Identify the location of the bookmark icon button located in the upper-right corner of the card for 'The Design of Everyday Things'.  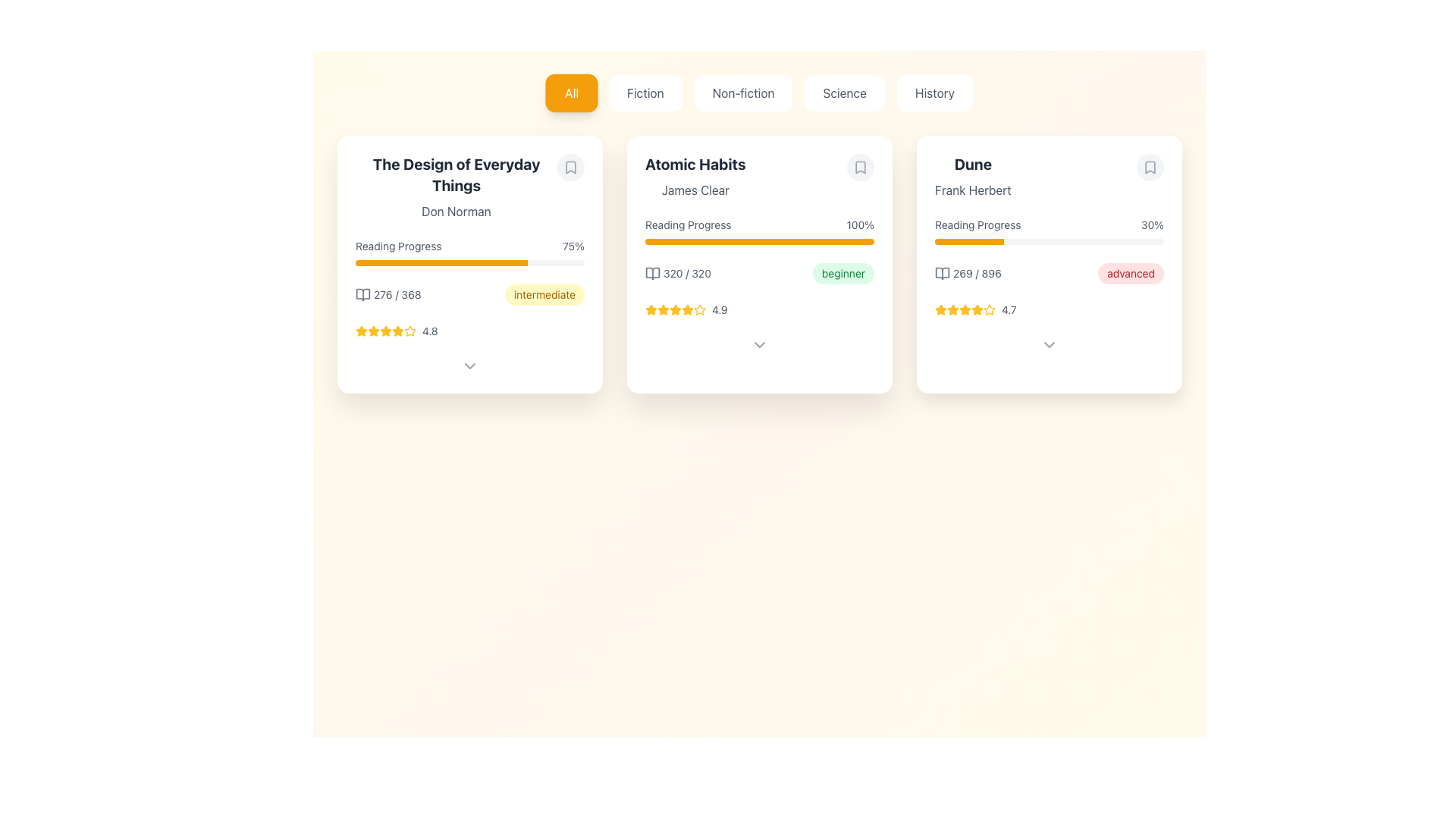
(570, 167).